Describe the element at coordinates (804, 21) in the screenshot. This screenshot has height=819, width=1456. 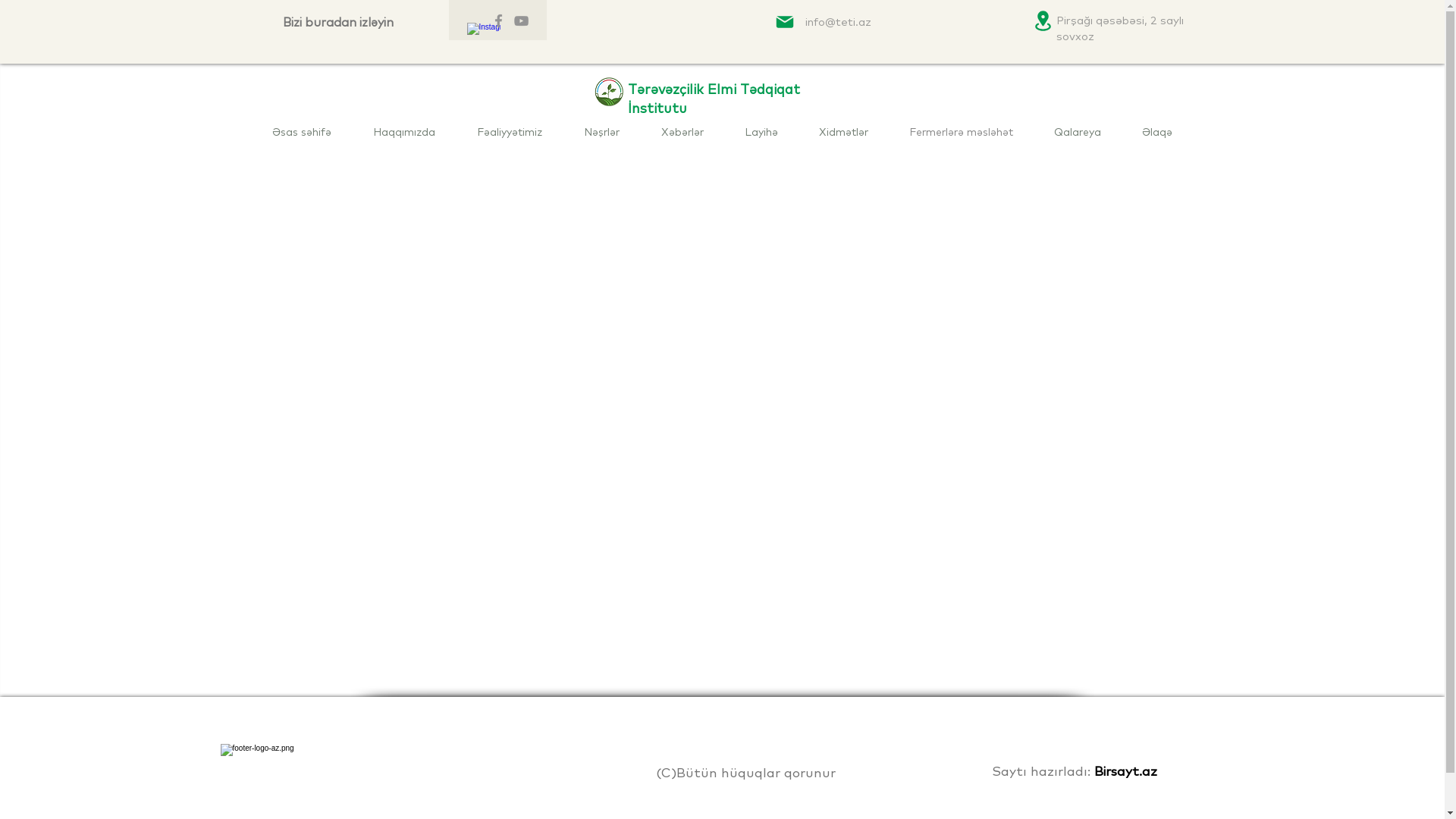
I see `'info@teti.az'` at that location.